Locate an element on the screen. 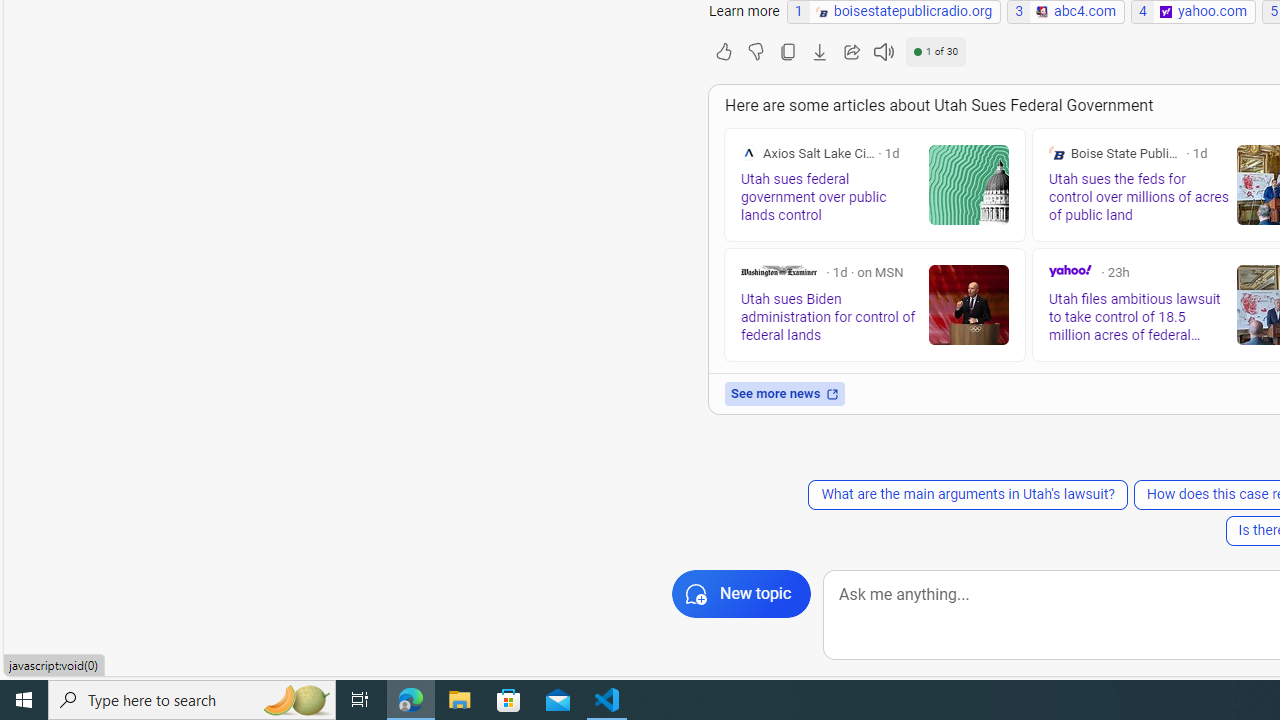  'What are the main arguments in Utah' is located at coordinates (967, 495).